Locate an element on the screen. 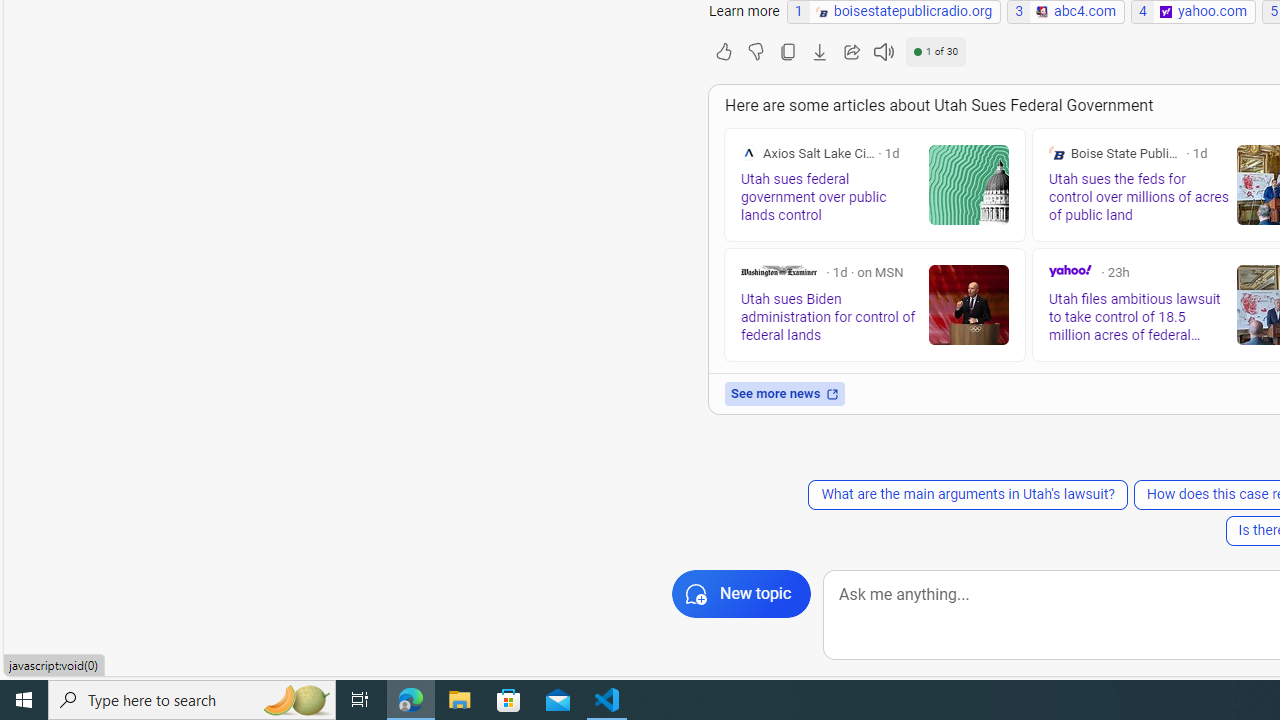  'What are the main arguments in Utah' is located at coordinates (967, 495).